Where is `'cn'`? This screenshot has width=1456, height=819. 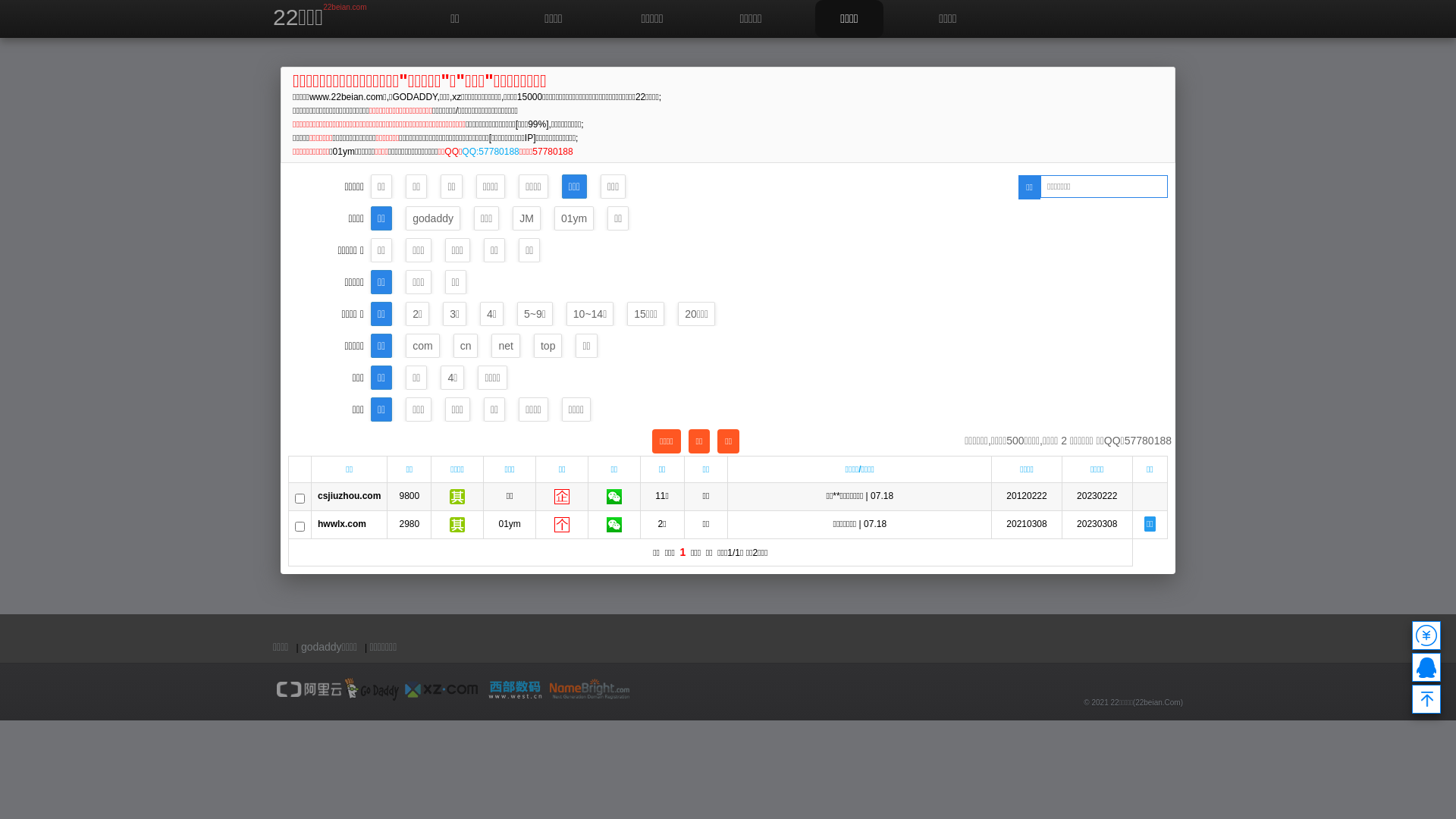
'cn' is located at coordinates (453, 345).